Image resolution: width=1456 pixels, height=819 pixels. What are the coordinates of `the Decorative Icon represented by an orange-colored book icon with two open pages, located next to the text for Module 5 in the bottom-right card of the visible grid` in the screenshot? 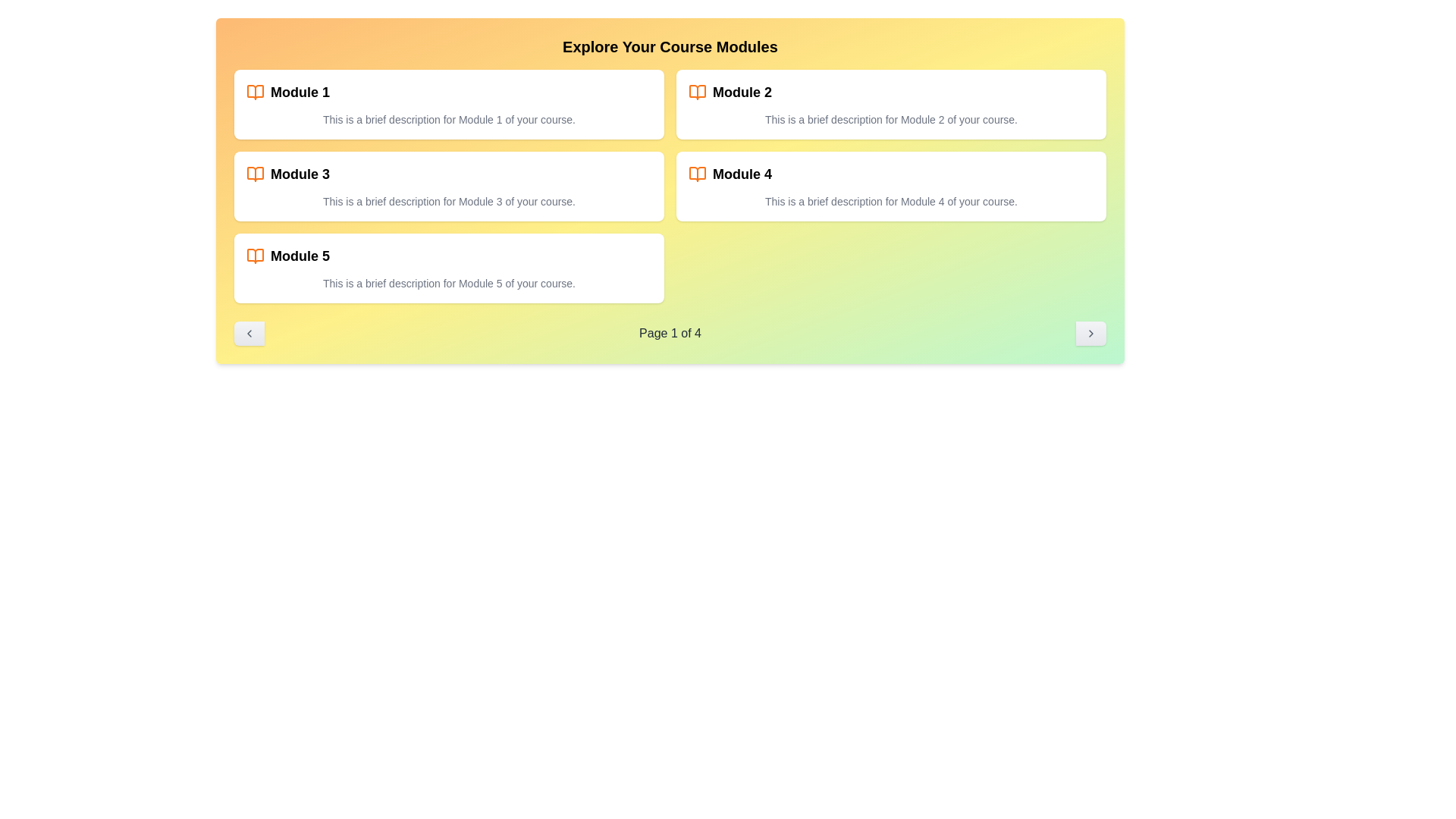 It's located at (255, 256).